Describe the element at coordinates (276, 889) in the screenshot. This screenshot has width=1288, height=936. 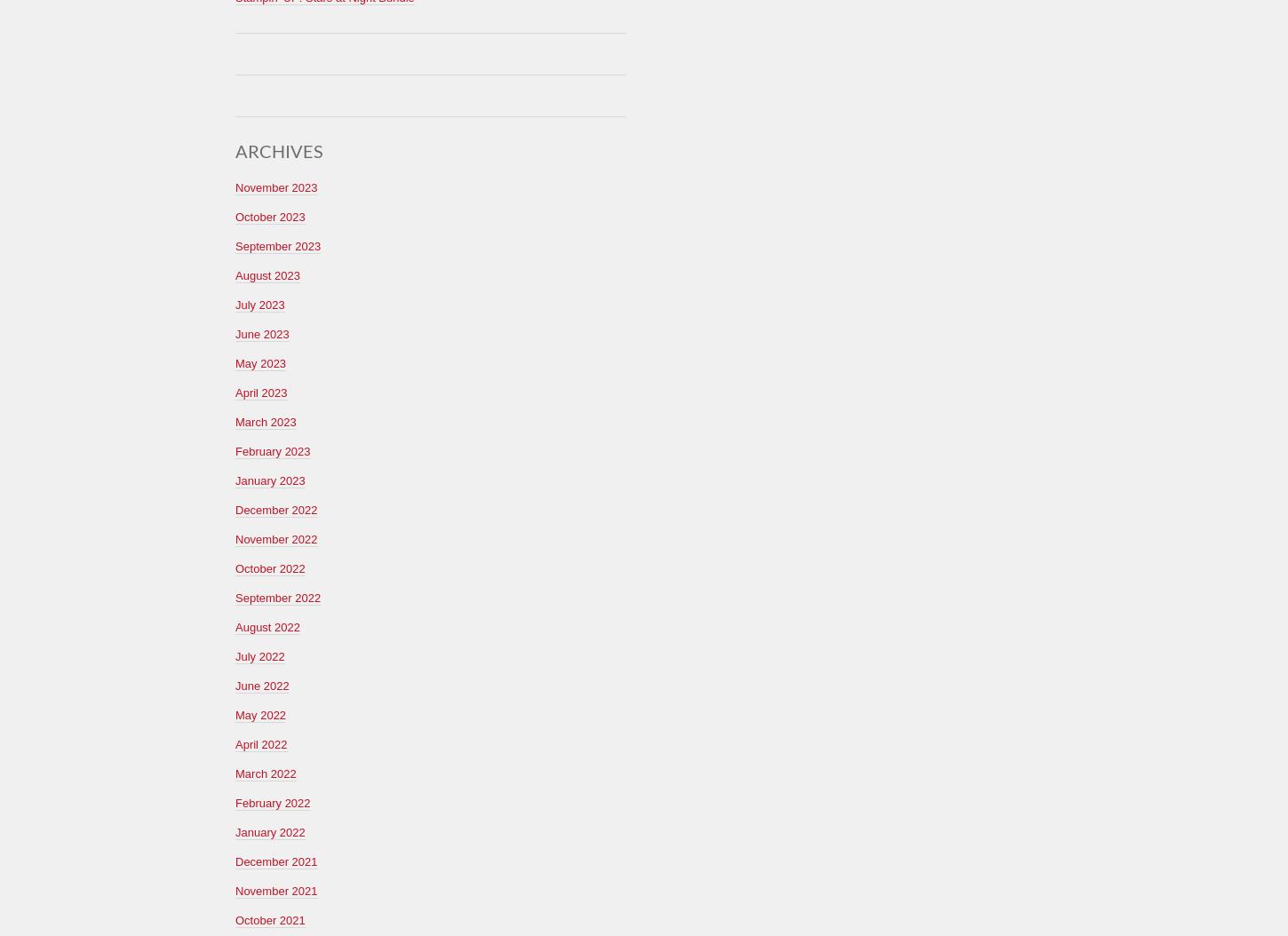
I see `'November 2021'` at that location.